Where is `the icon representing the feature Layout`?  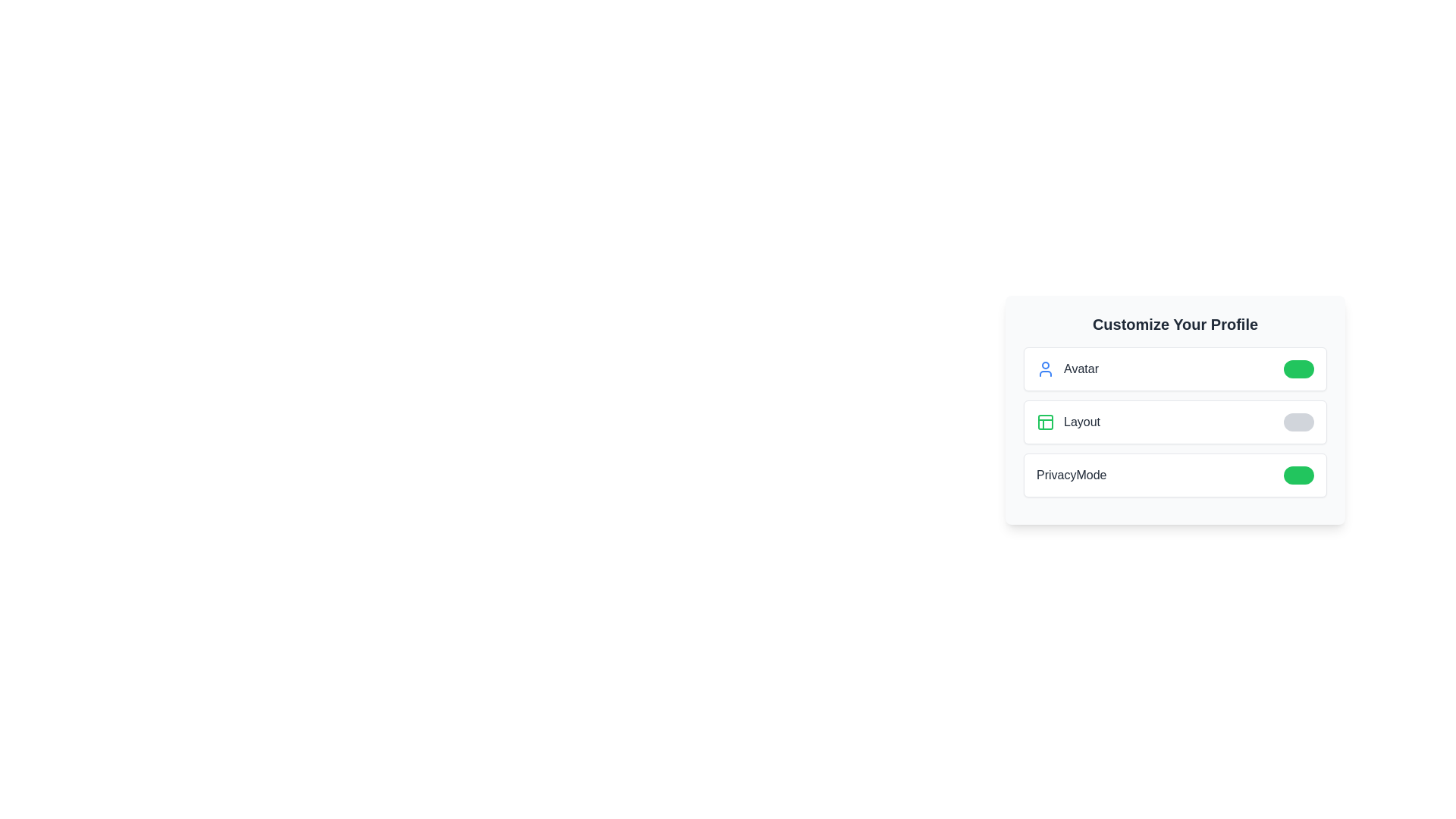 the icon representing the feature Layout is located at coordinates (1044, 422).